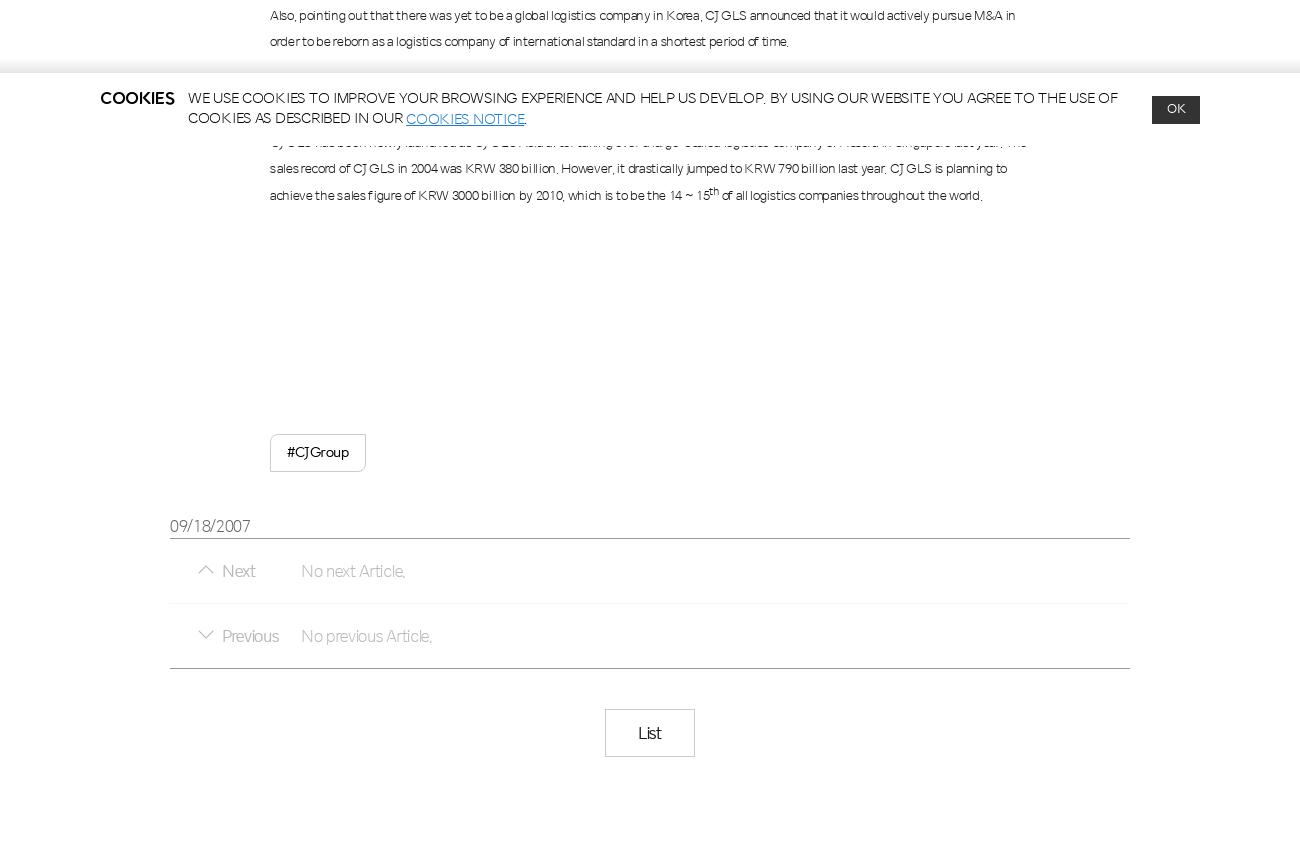  What do you see at coordinates (642, 27) in the screenshot?
I see `', CJ GLS announced that it would actively pursue M&A in order to be reborn as a logistics company of international standard in a shortest period of time.'` at bounding box center [642, 27].